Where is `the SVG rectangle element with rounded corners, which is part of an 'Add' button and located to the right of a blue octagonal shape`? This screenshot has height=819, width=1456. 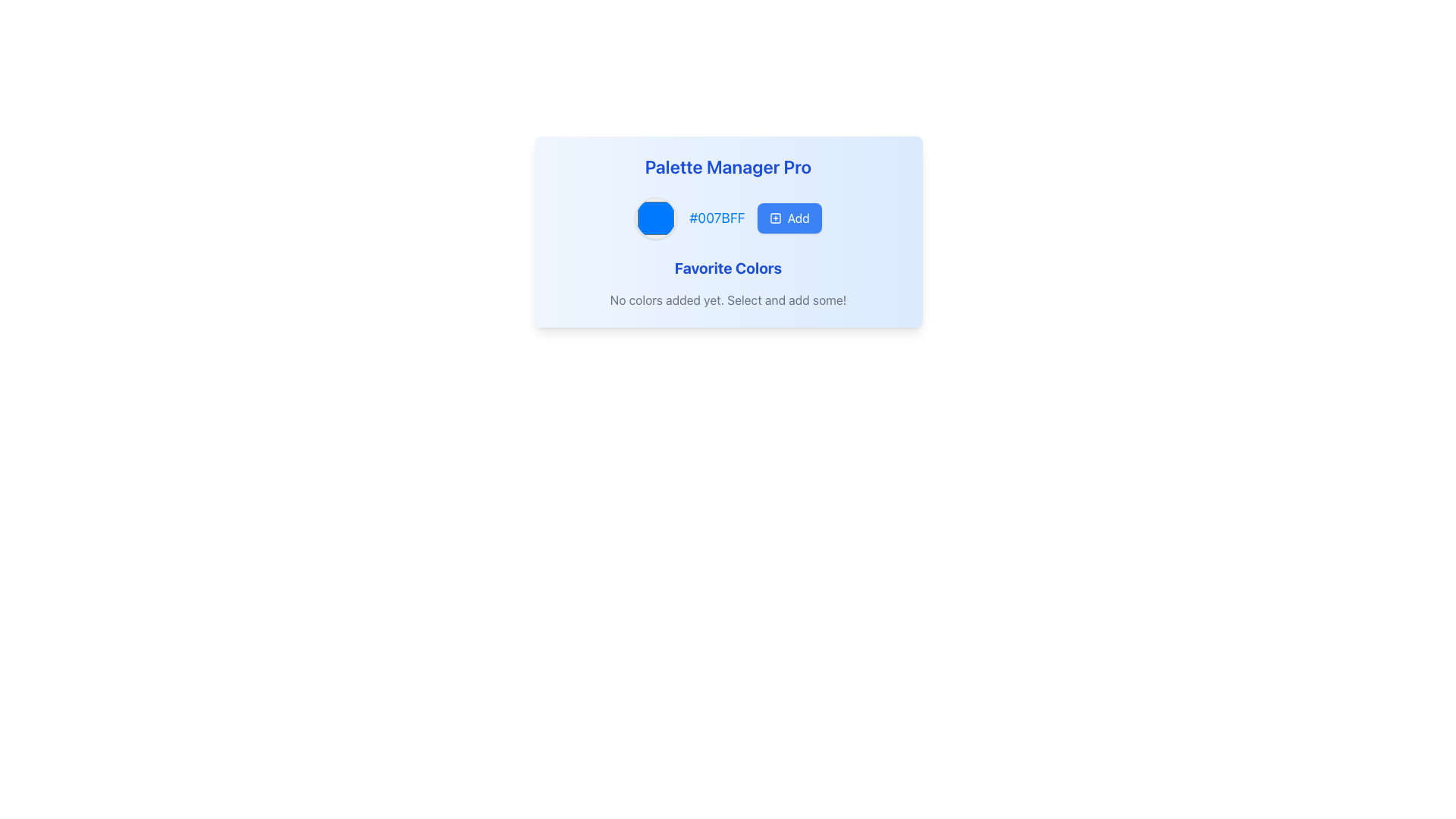
the SVG rectangle element with rounded corners, which is part of an 'Add' button and located to the right of a blue octagonal shape is located at coordinates (775, 218).